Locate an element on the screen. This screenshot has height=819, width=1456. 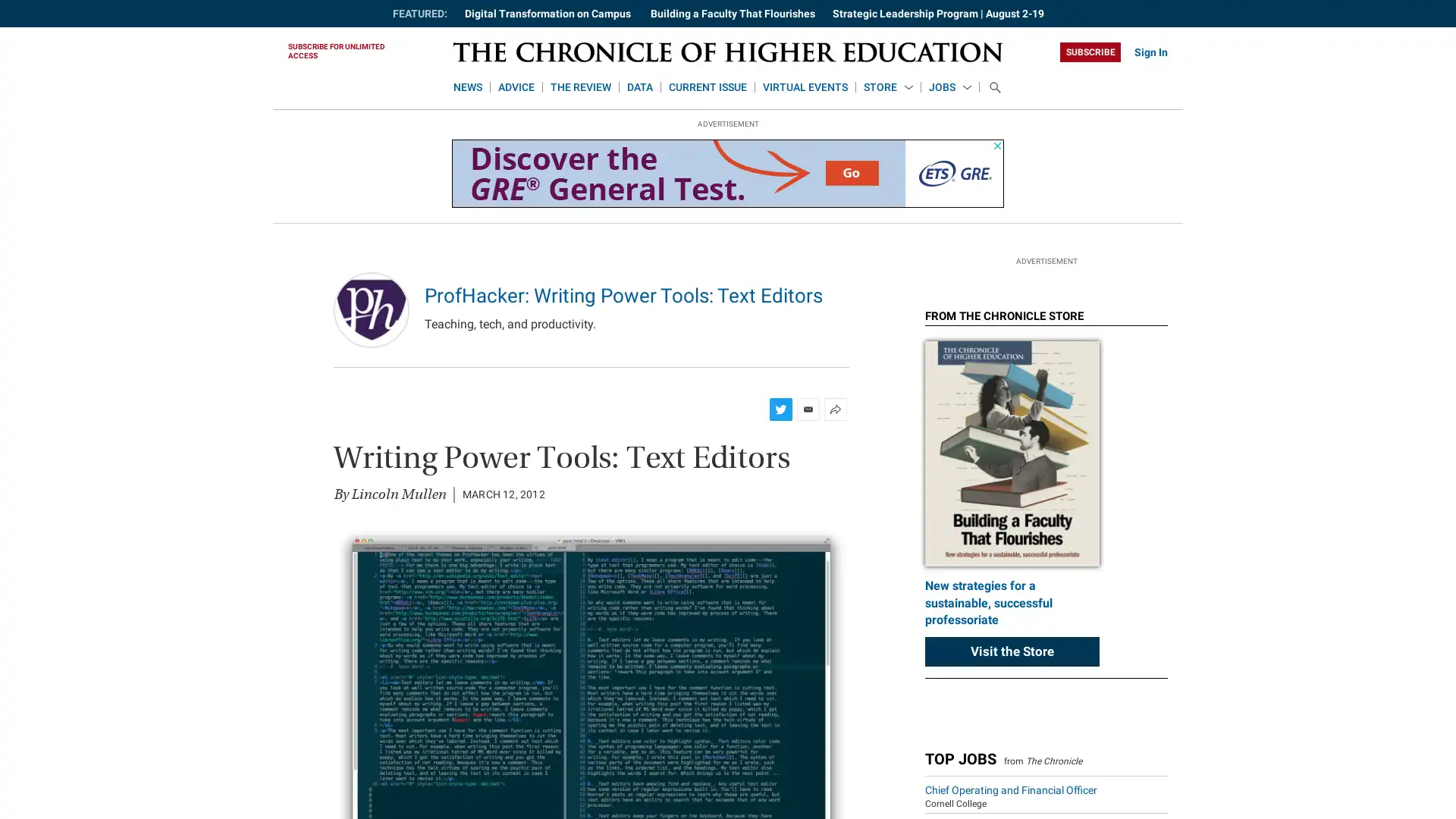
Show Search is located at coordinates (994, 87).